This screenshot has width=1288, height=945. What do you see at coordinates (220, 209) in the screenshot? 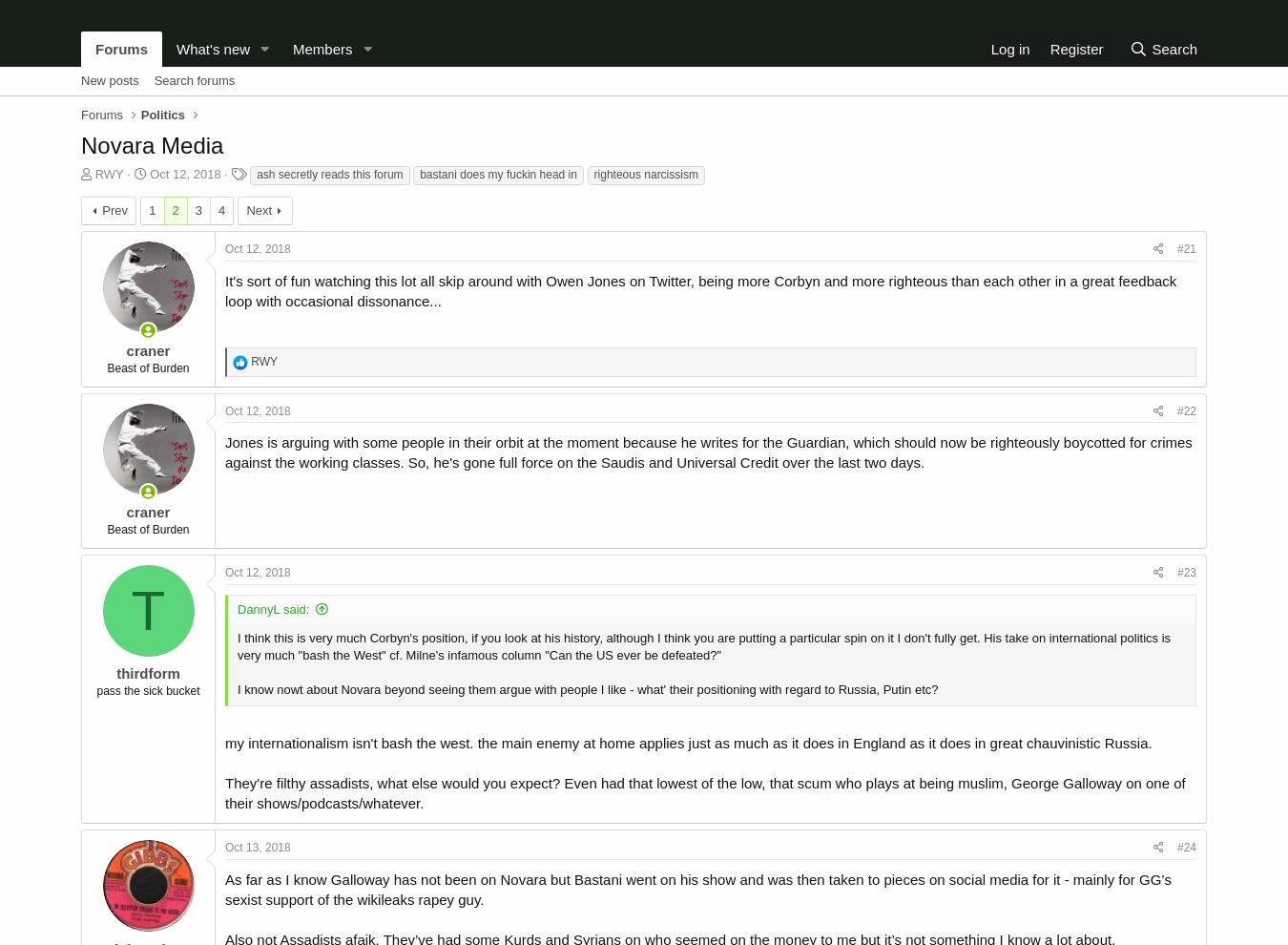
I see `'4'` at bounding box center [220, 209].